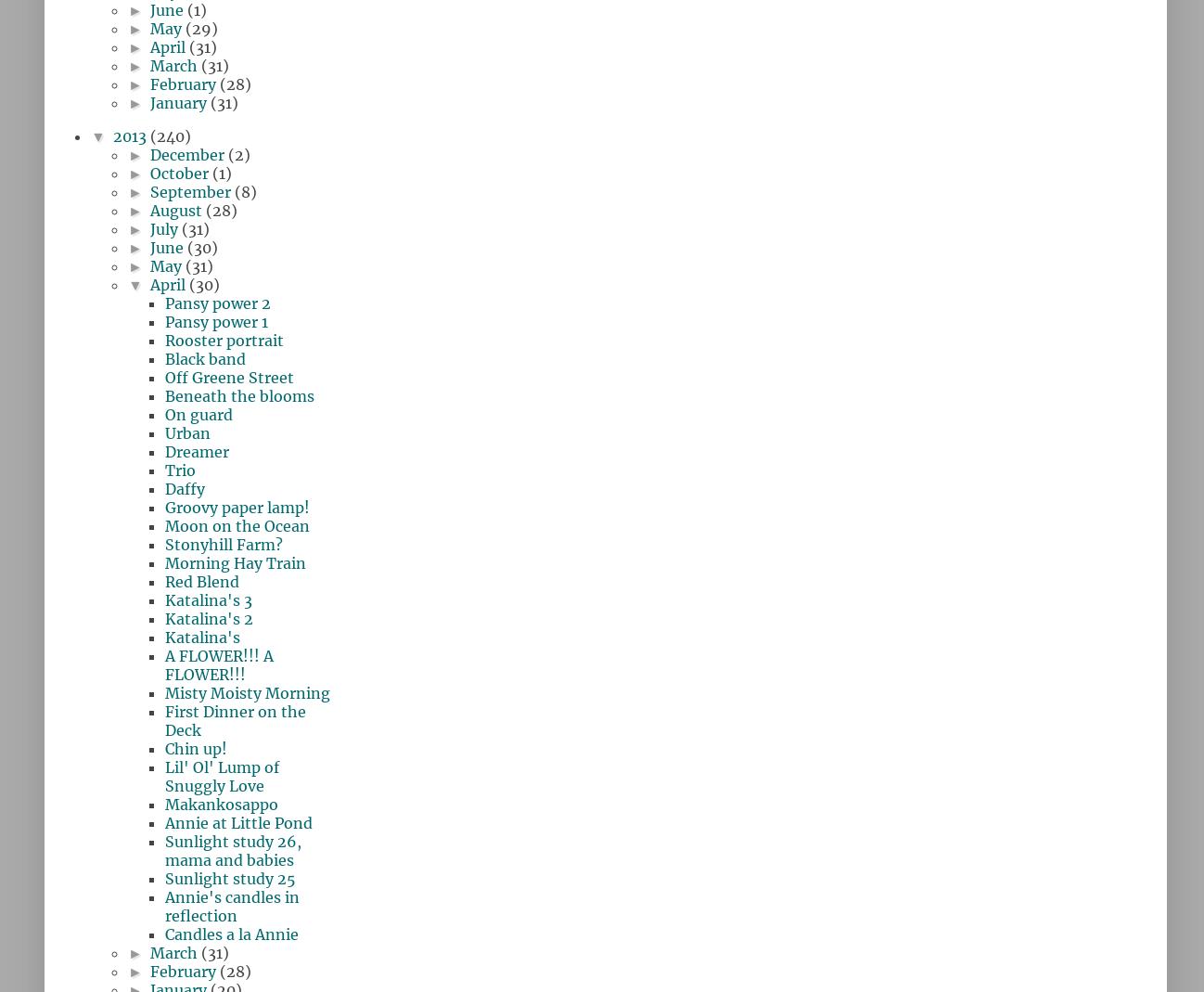  What do you see at coordinates (224, 340) in the screenshot?
I see `'Rooster portrait'` at bounding box center [224, 340].